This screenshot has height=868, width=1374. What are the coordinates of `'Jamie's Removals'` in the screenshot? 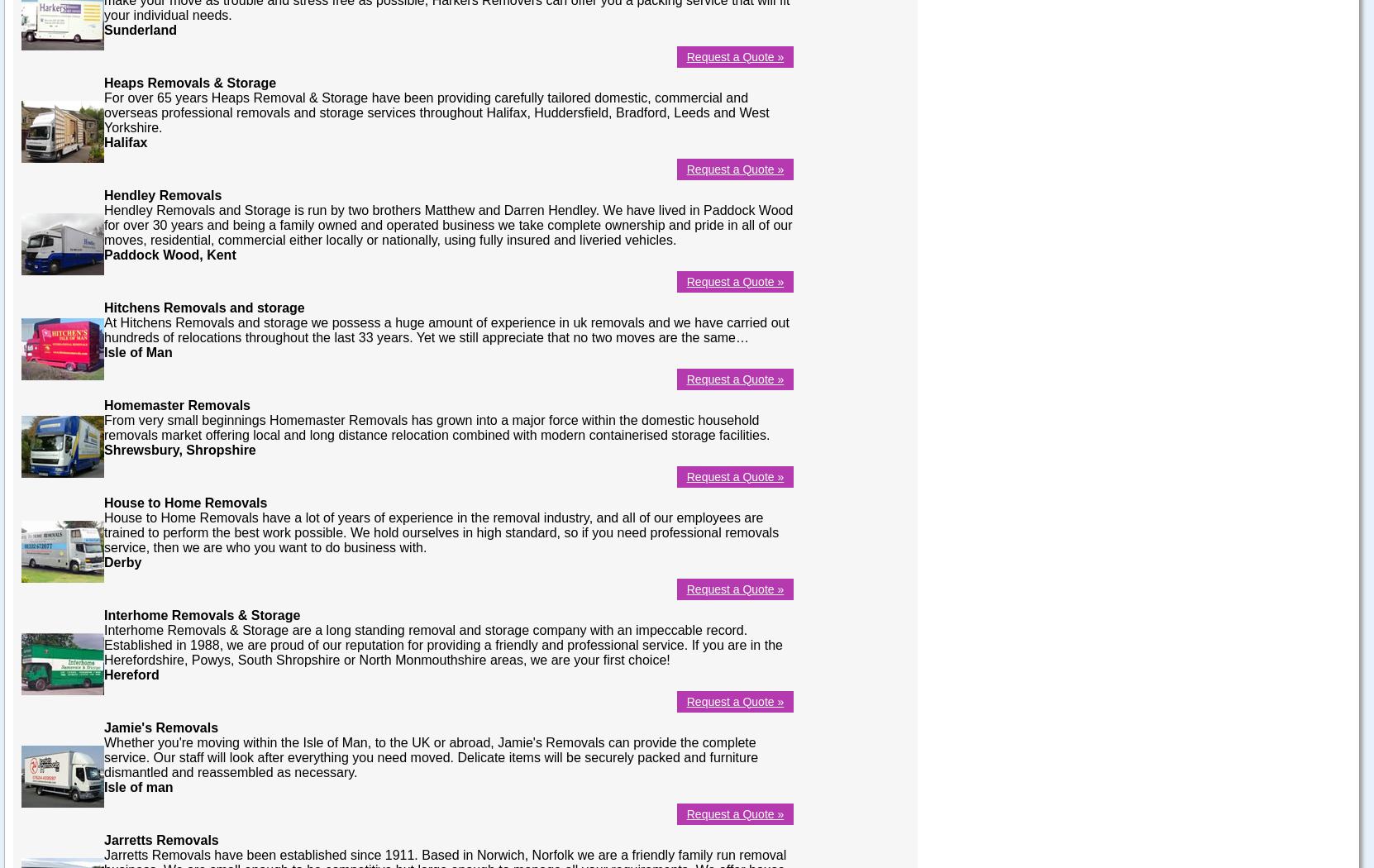 It's located at (160, 726).